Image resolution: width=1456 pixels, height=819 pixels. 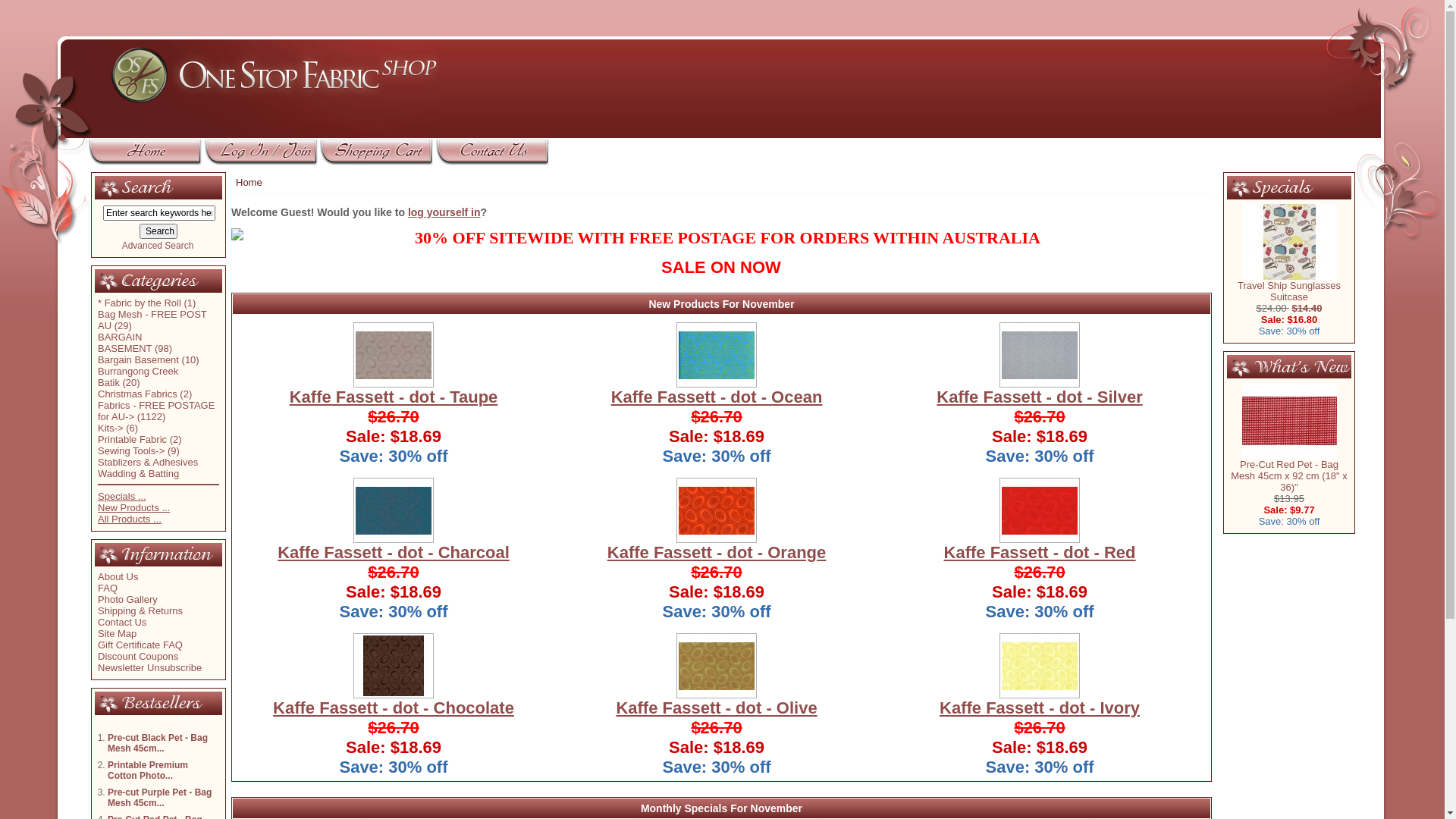 What do you see at coordinates (97, 393) in the screenshot?
I see `'Christmas Fabrics'` at bounding box center [97, 393].